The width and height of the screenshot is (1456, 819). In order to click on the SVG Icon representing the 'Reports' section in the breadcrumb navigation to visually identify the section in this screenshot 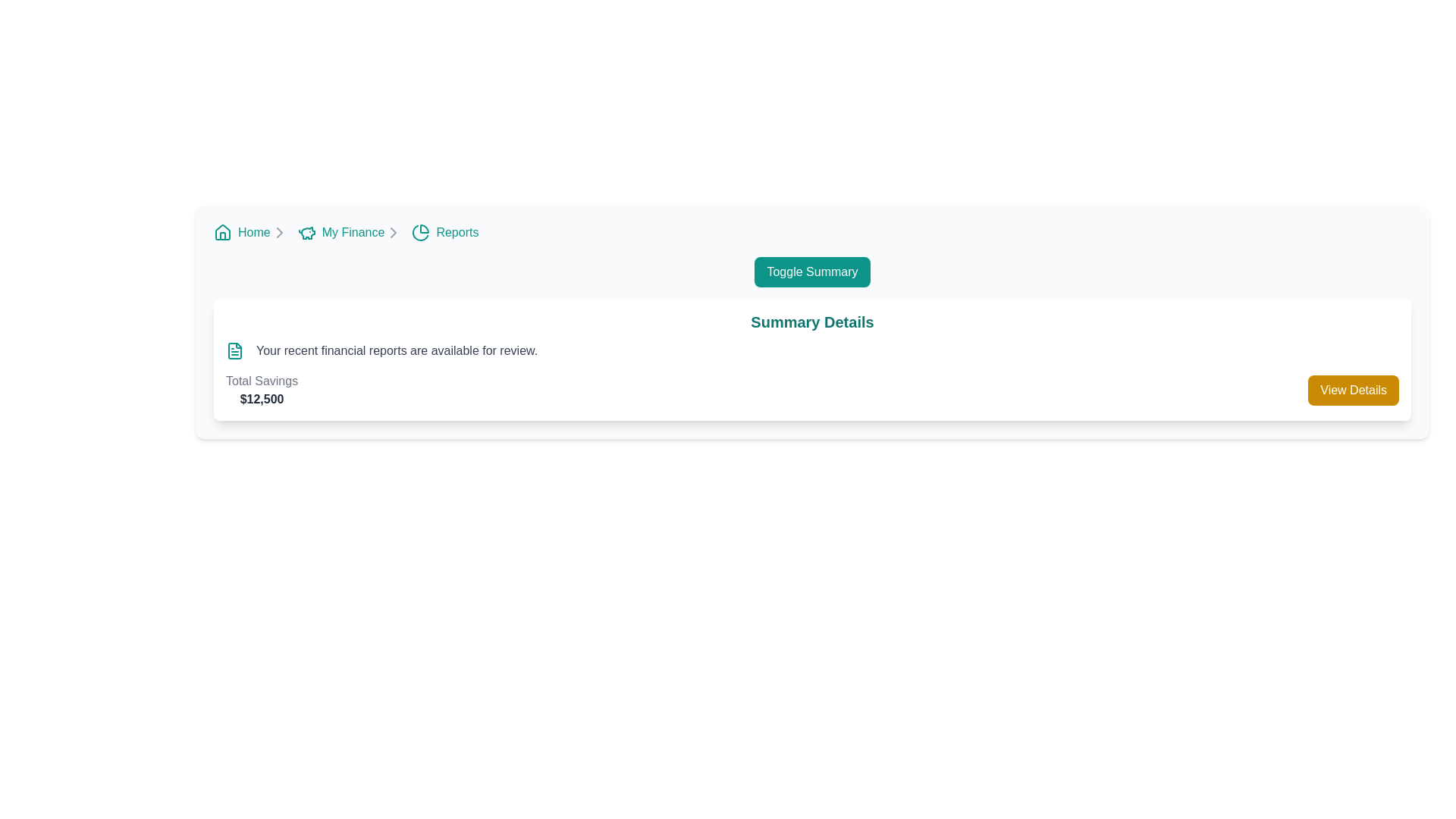, I will do `click(421, 233)`.